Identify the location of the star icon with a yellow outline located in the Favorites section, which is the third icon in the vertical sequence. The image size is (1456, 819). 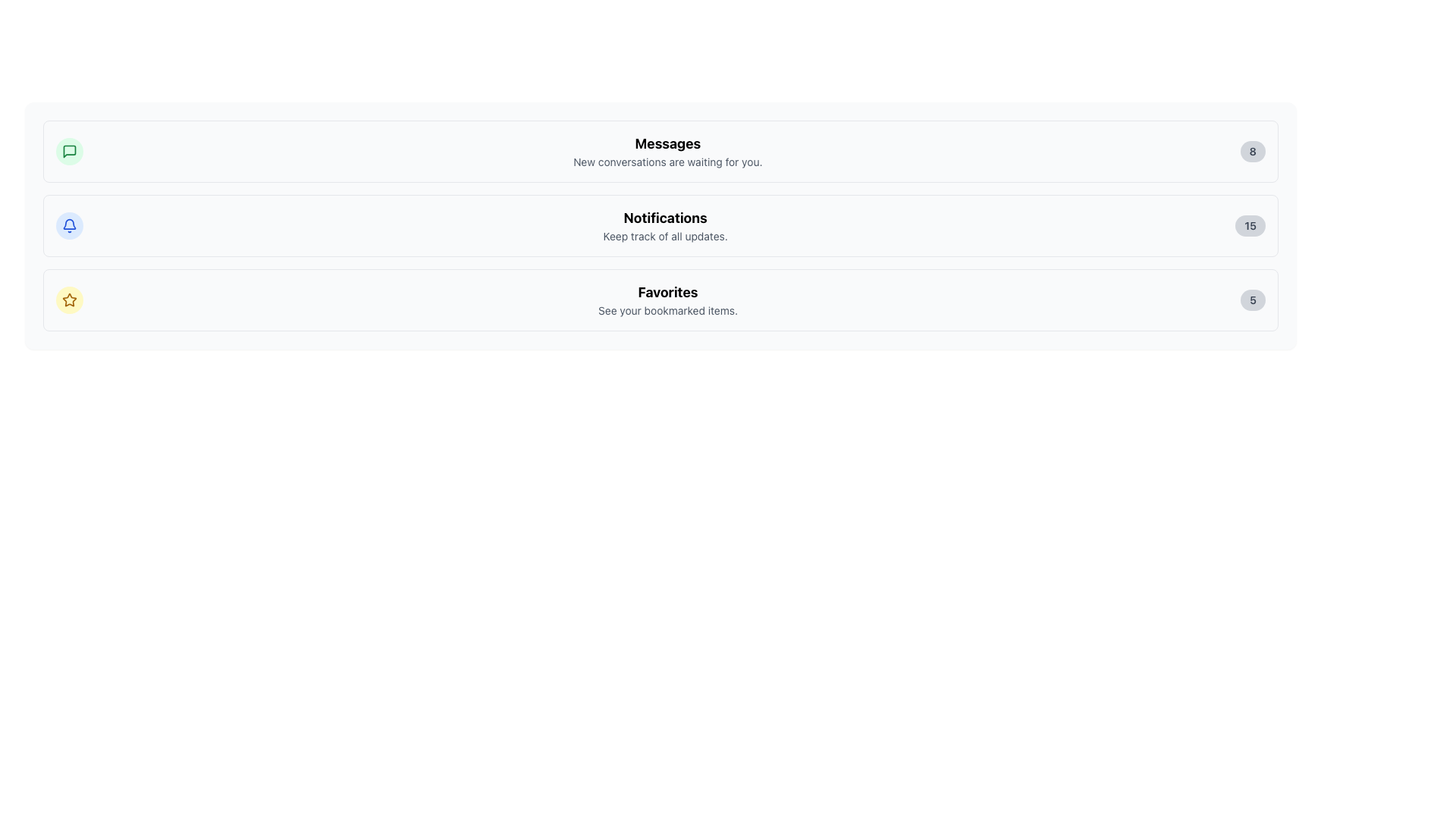
(68, 300).